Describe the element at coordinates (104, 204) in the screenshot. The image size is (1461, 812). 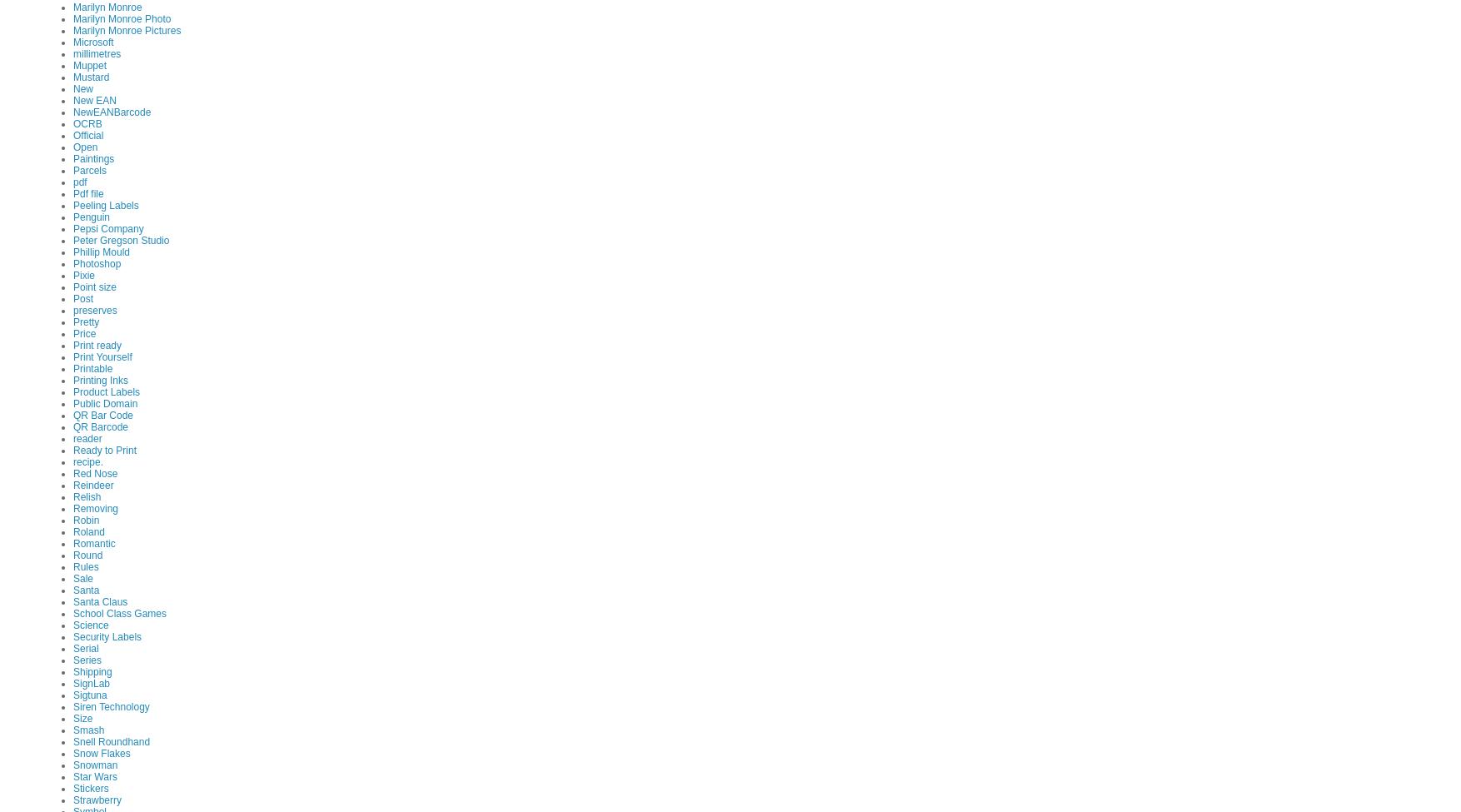
I see `'Peeling Labels'` at that location.